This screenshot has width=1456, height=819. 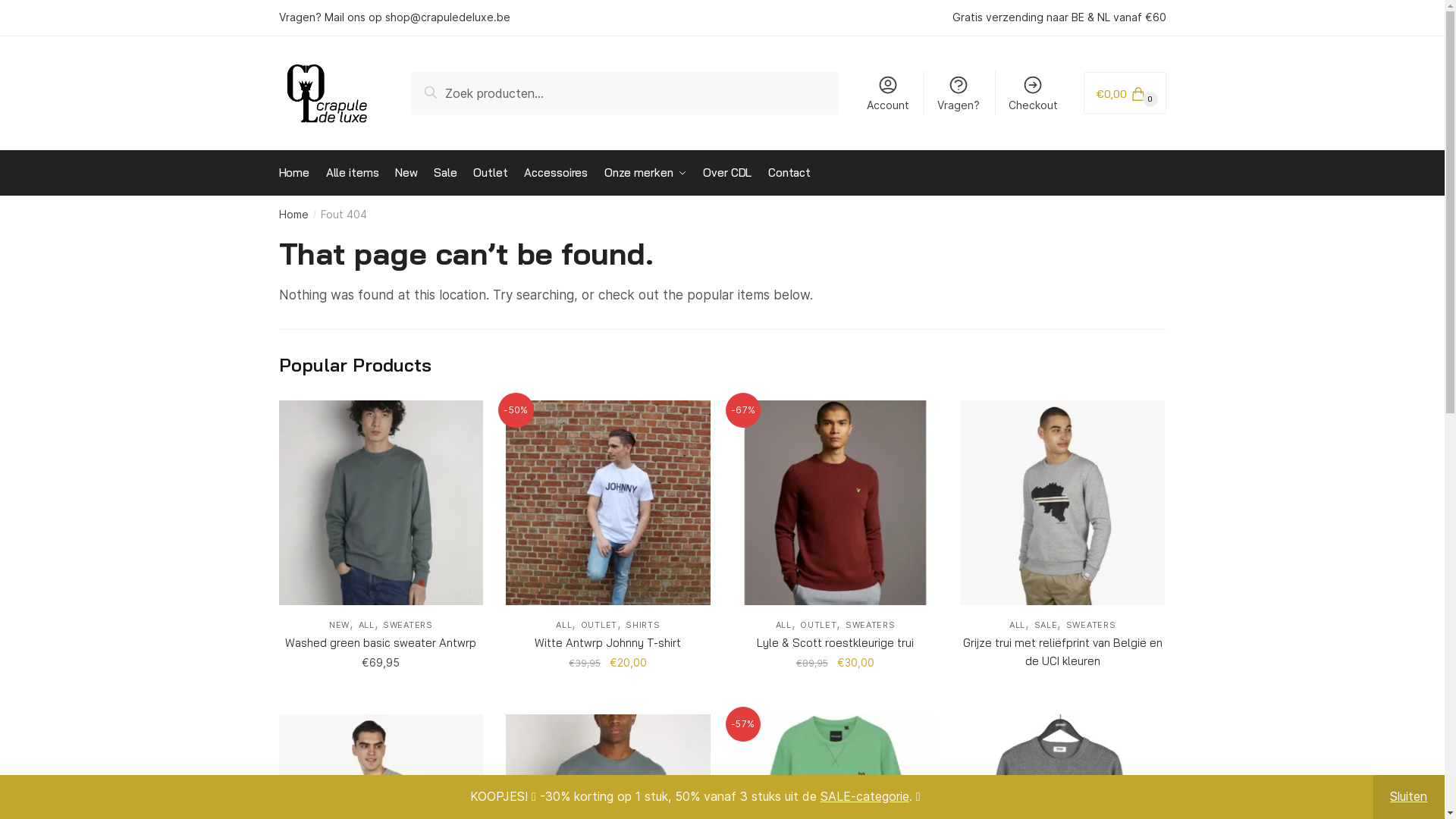 What do you see at coordinates (381, 643) in the screenshot?
I see `'Washed green basic sweater Antwrp'` at bounding box center [381, 643].